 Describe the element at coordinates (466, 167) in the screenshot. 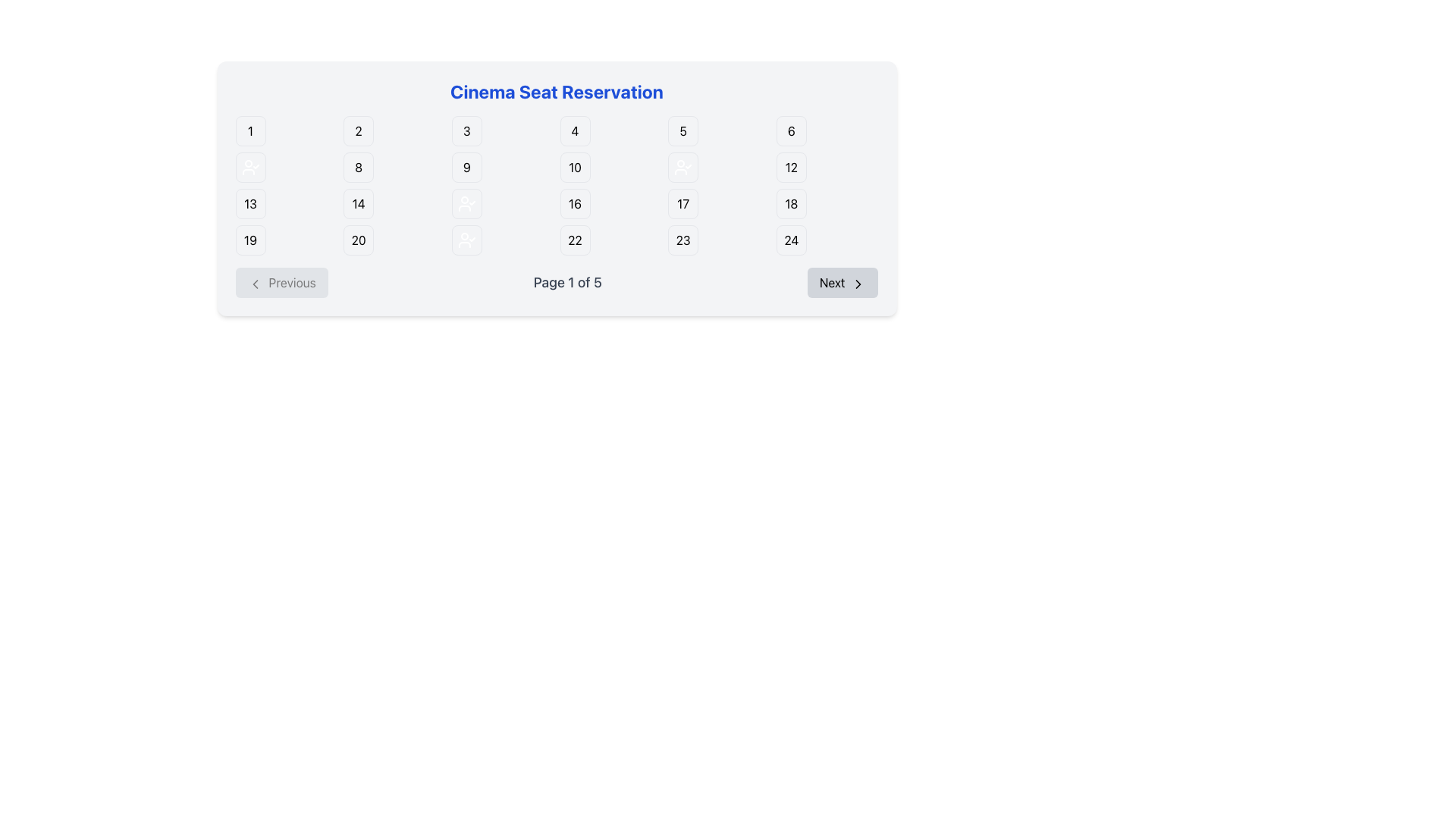

I see `the button-like indicator labeled '9', which is a rounded rectangle filled with a distinctive green color, located in the second row of a 6-column grid` at that location.